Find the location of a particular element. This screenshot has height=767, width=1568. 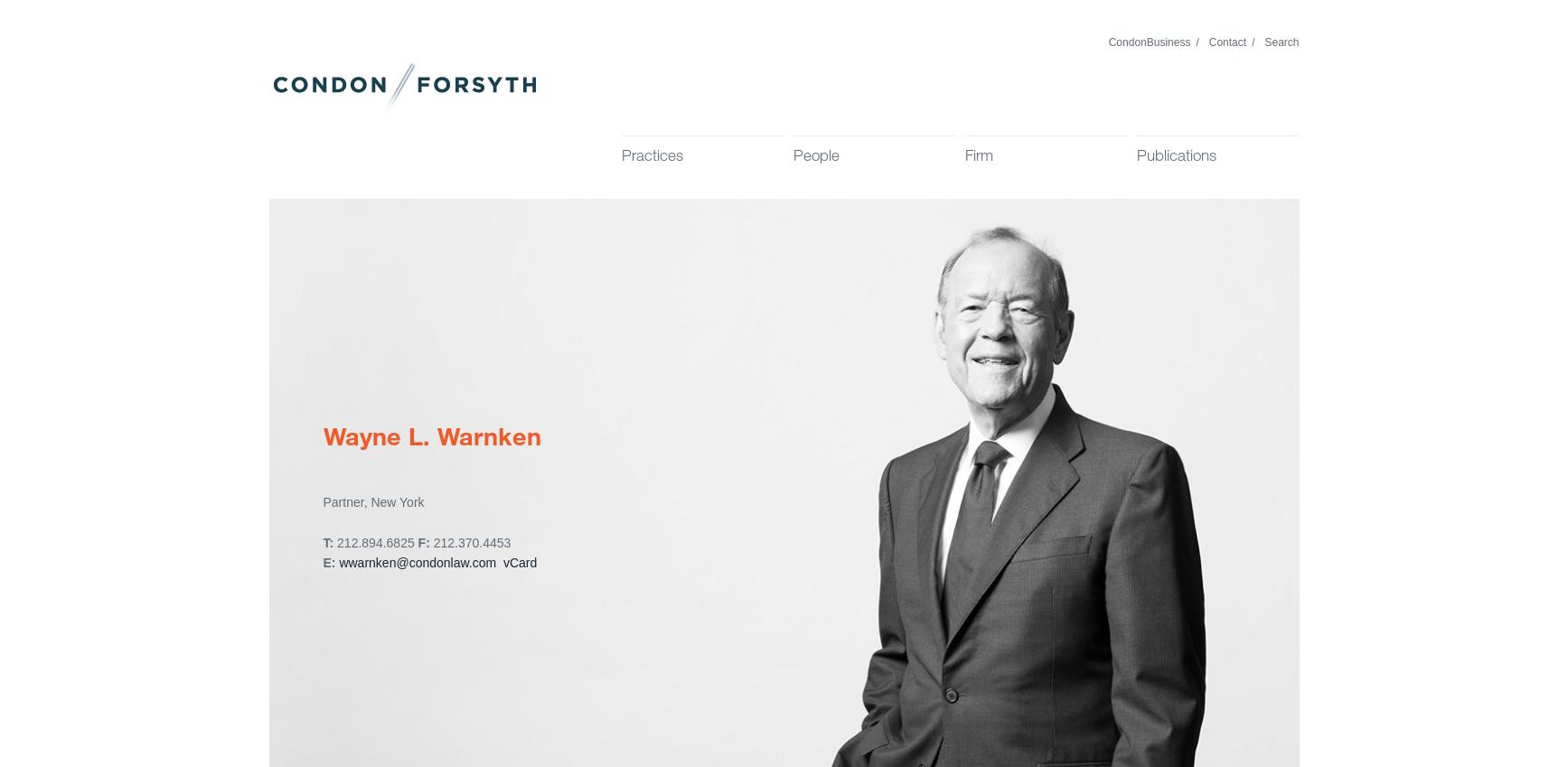

'CondonBusiness' is located at coordinates (1148, 42).